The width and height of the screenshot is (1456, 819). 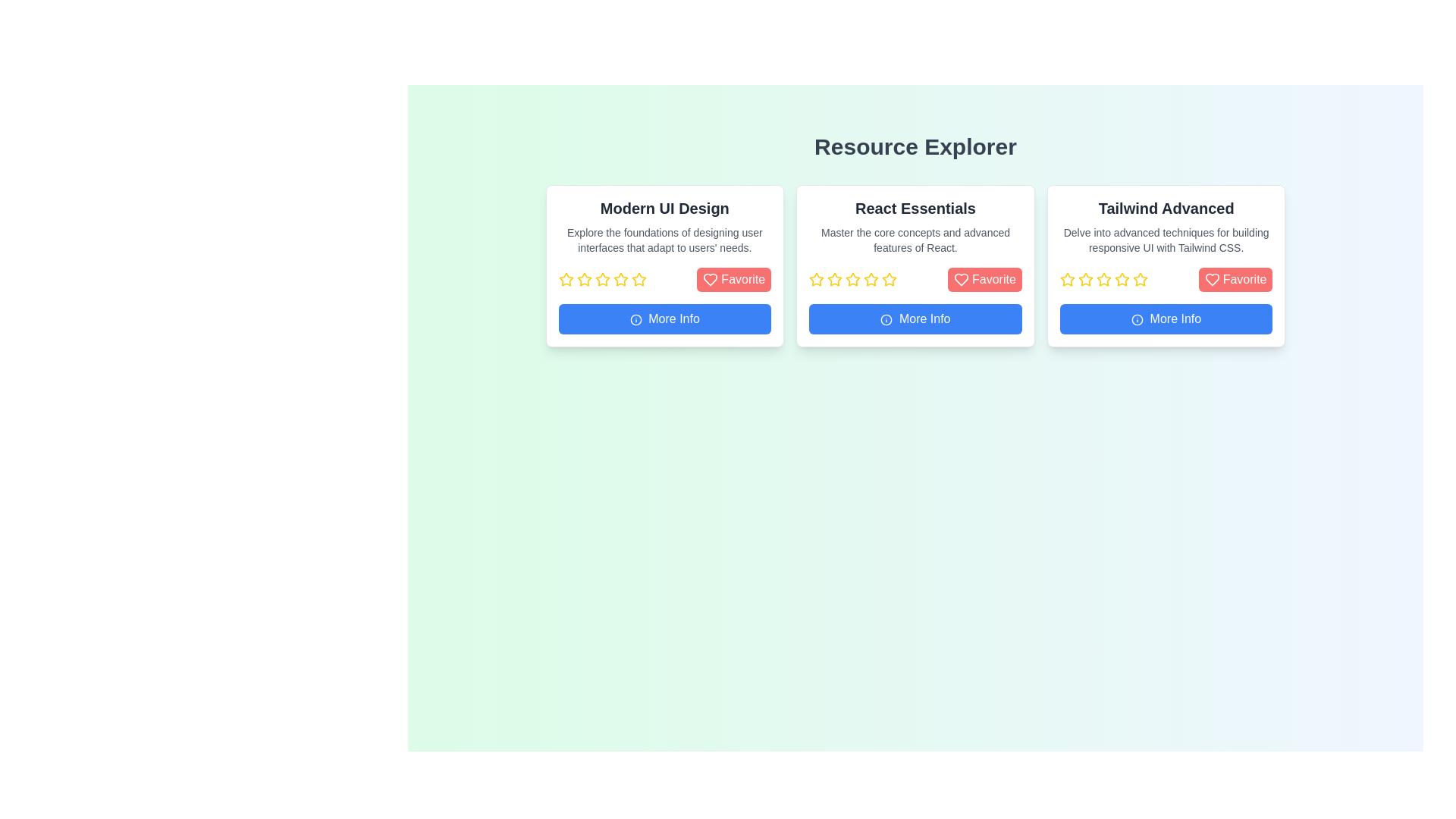 I want to click on the third star icon in the five-star rating system within the 'React Essentials' card, so click(x=855, y=280).